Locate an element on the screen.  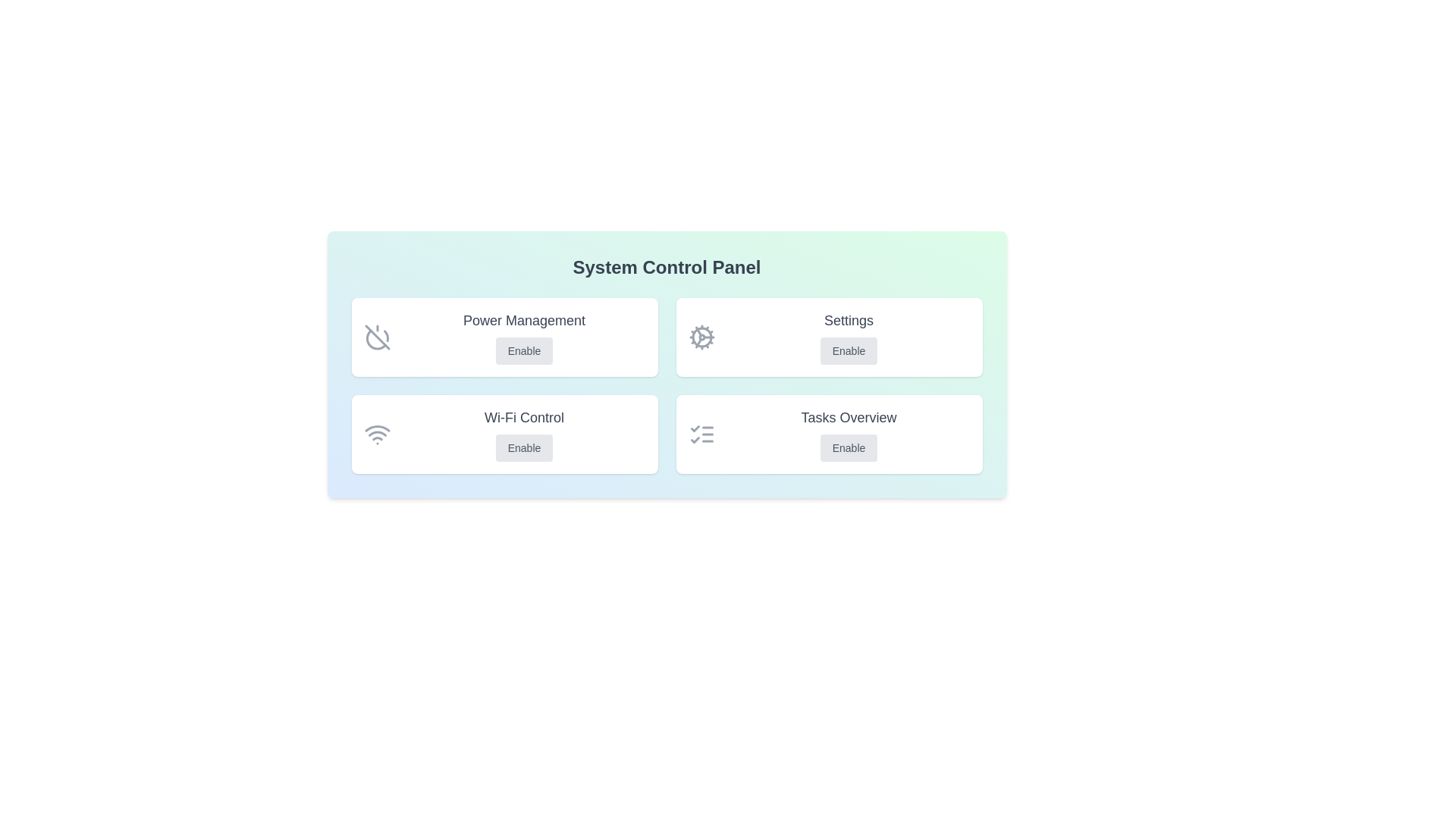
the decorative vector graphic arc that visually represents the power-off symbol within the 'Power Management' icon is located at coordinates (385, 335).